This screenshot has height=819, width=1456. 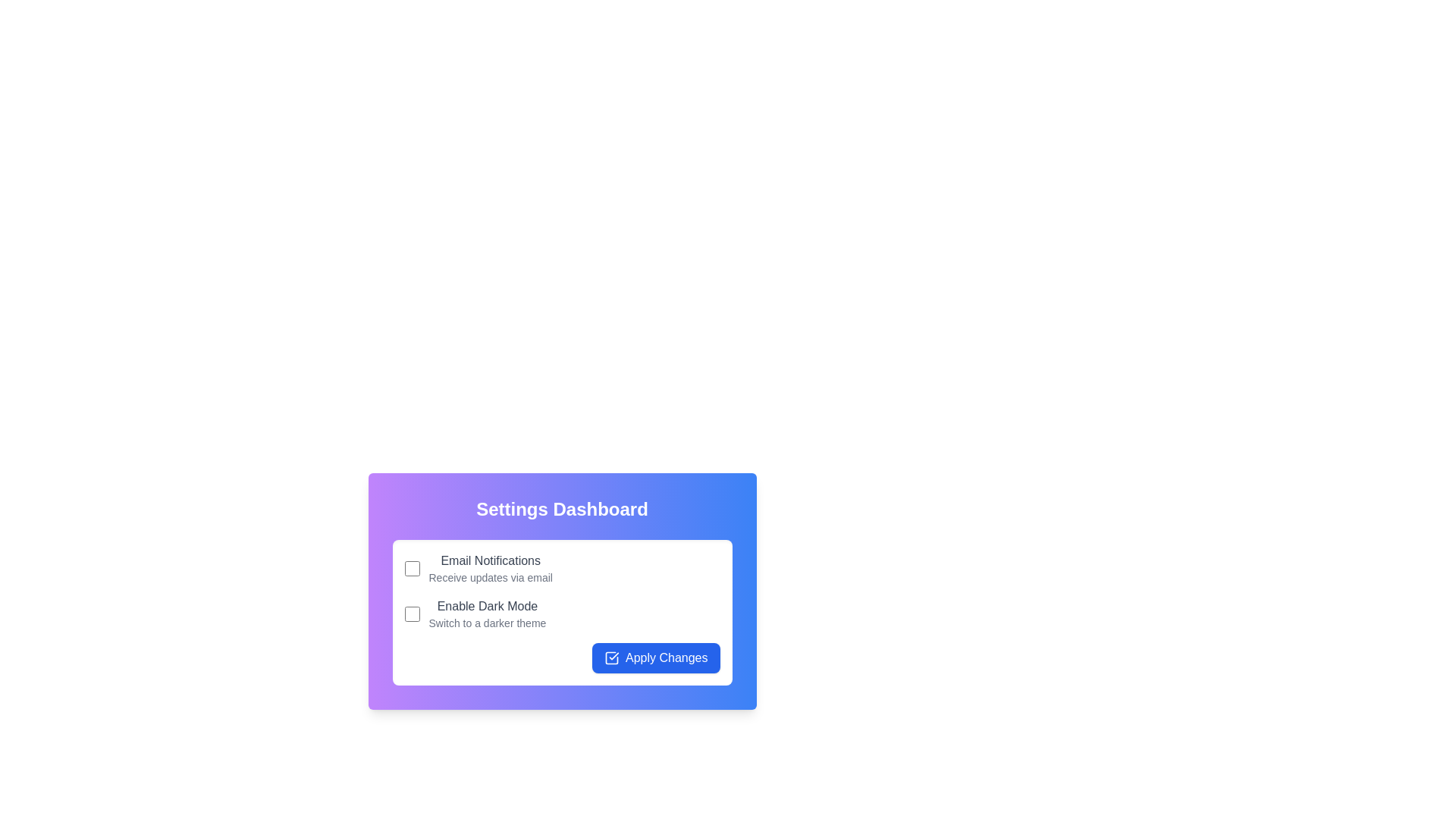 What do you see at coordinates (561, 611) in the screenshot?
I see `the checkboxes within the Card Component, which is a white card with rounded corners and a shadow, located slightly below the 'Settings Dashboard' title` at bounding box center [561, 611].